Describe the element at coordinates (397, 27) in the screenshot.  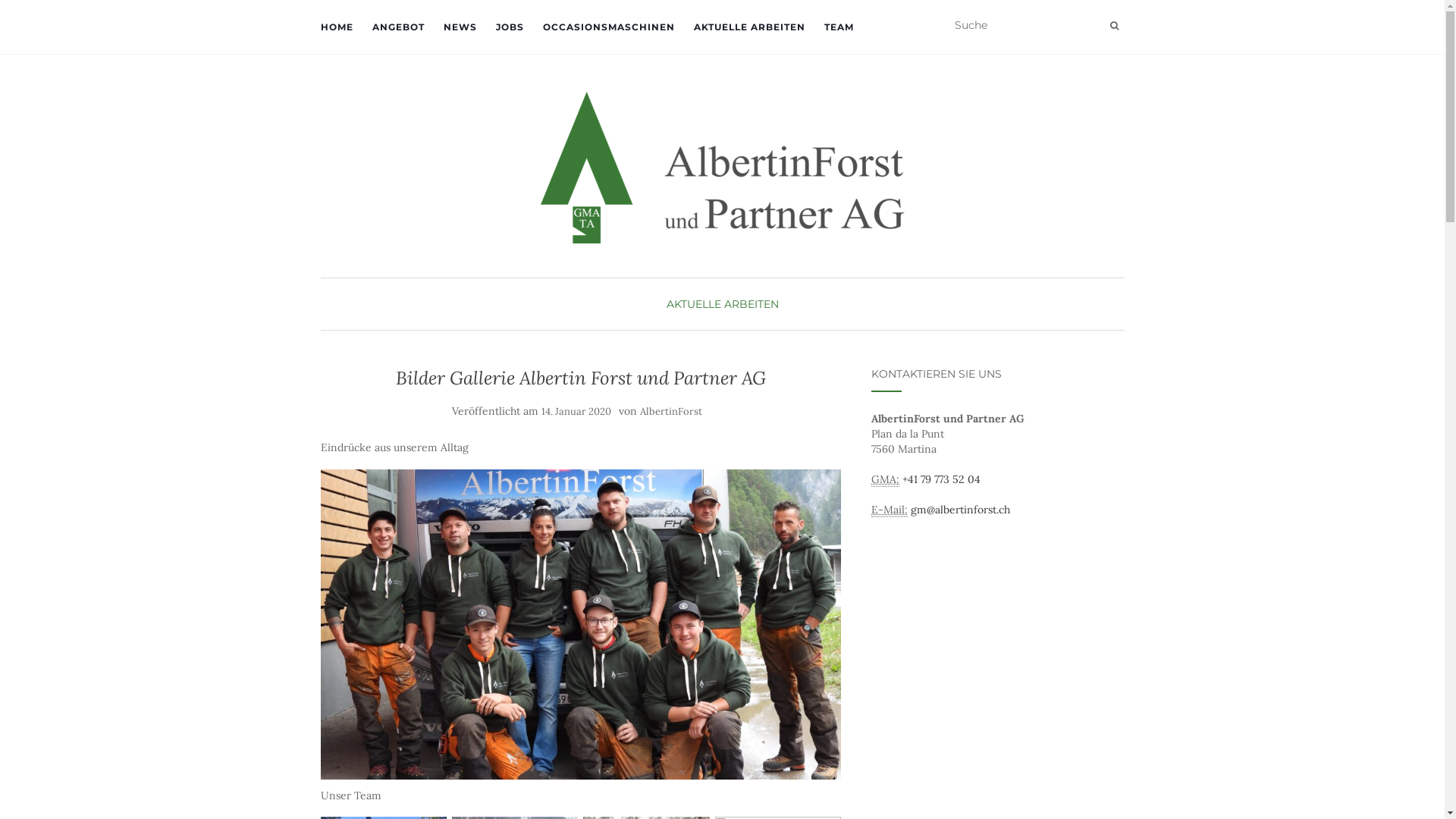
I see `'ANGEBOT'` at that location.